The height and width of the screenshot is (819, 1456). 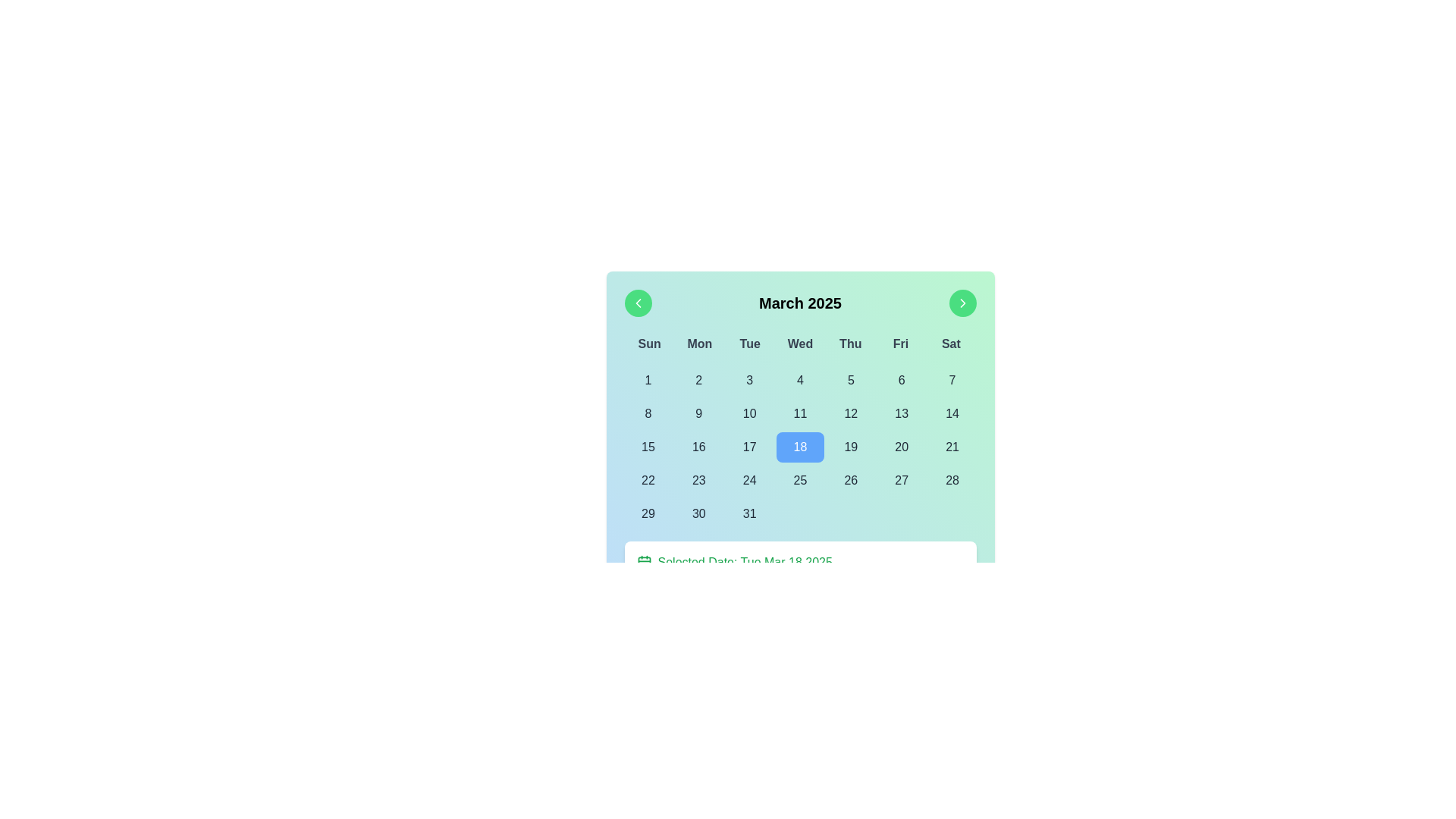 I want to click on the green calendar icon located within the text block reading 'Selected Date: Tue Mar 18 2025', so click(x=644, y=562).